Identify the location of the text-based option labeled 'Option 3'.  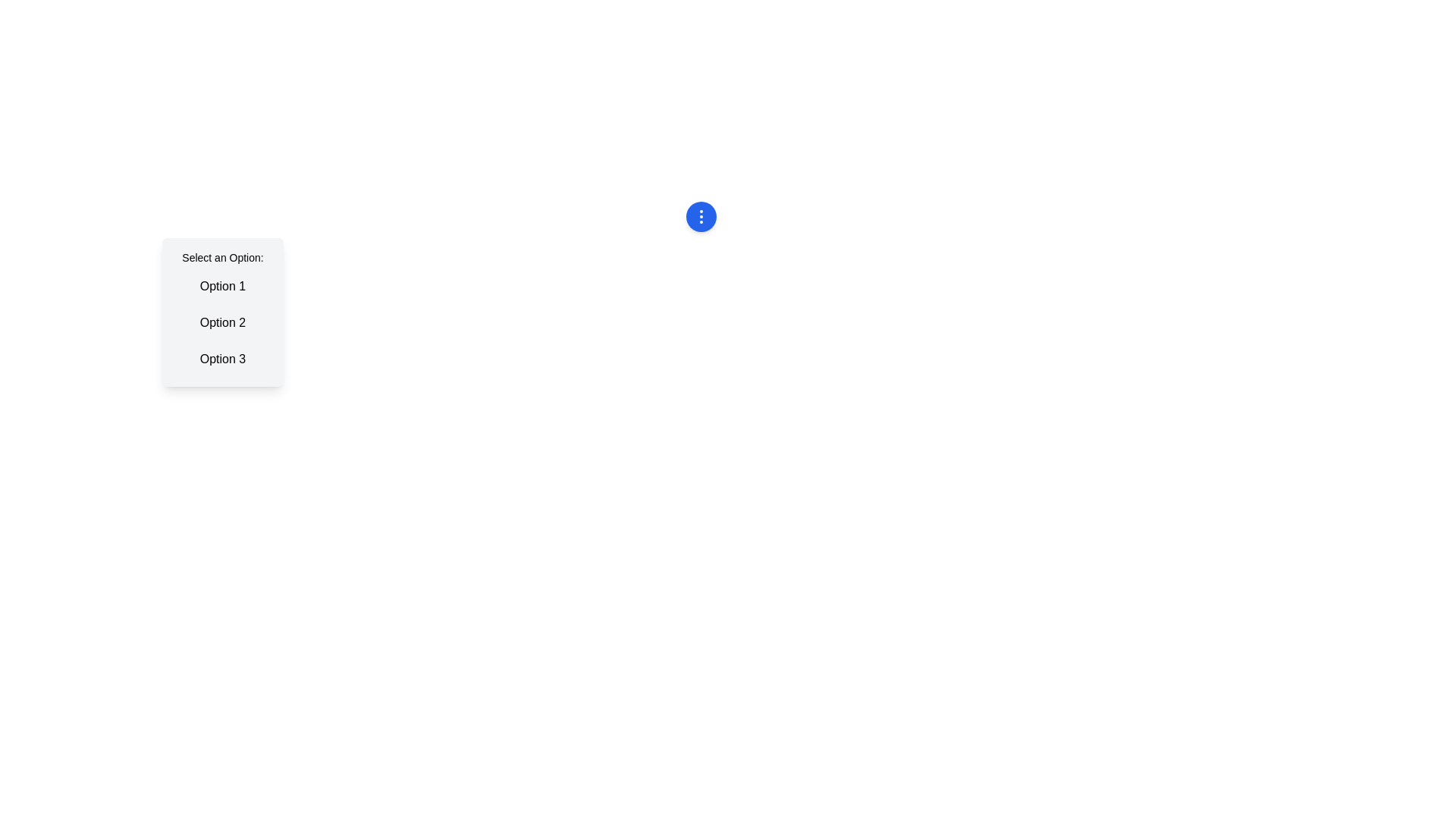
(221, 359).